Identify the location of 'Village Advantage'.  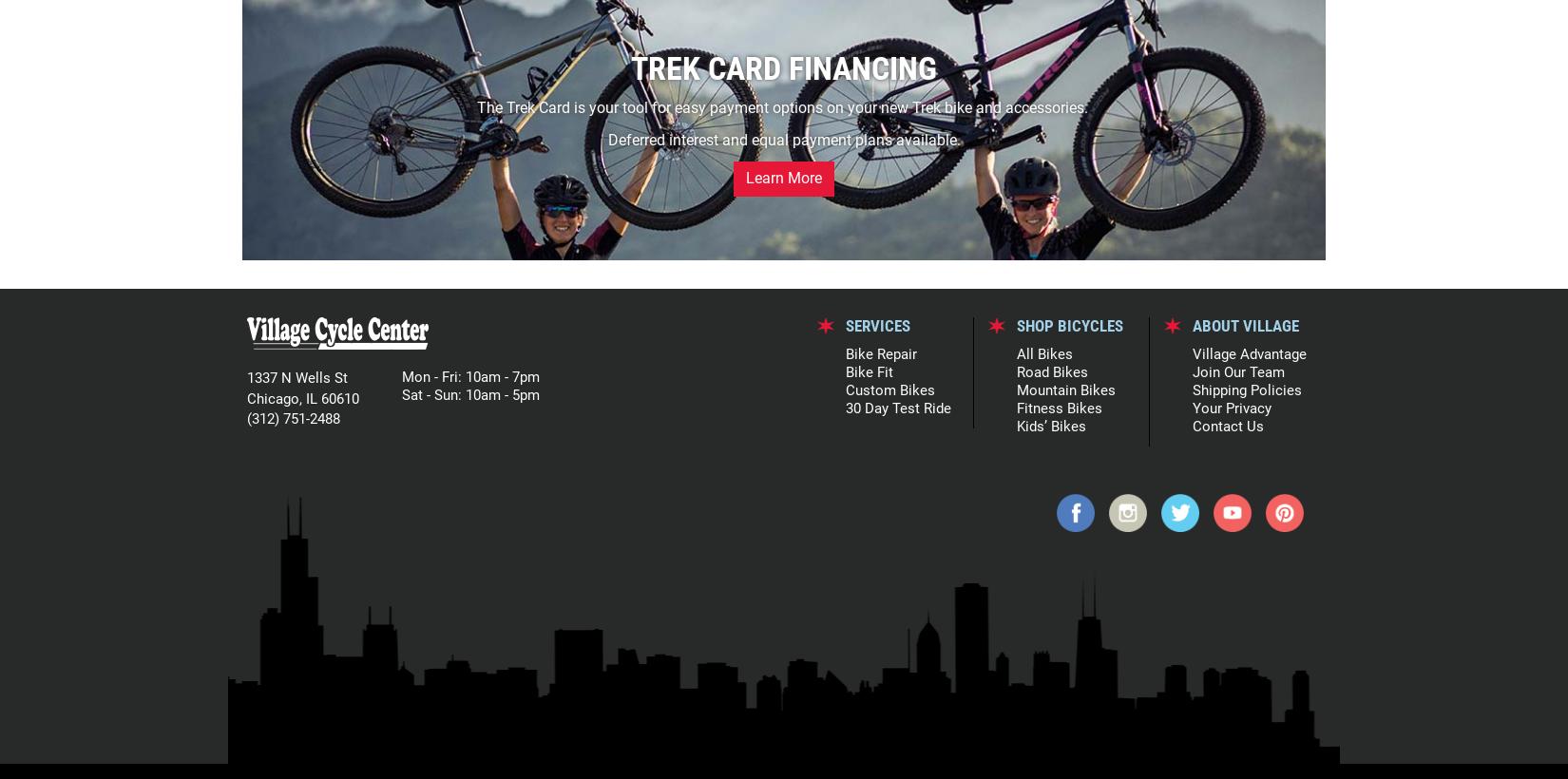
(1191, 353).